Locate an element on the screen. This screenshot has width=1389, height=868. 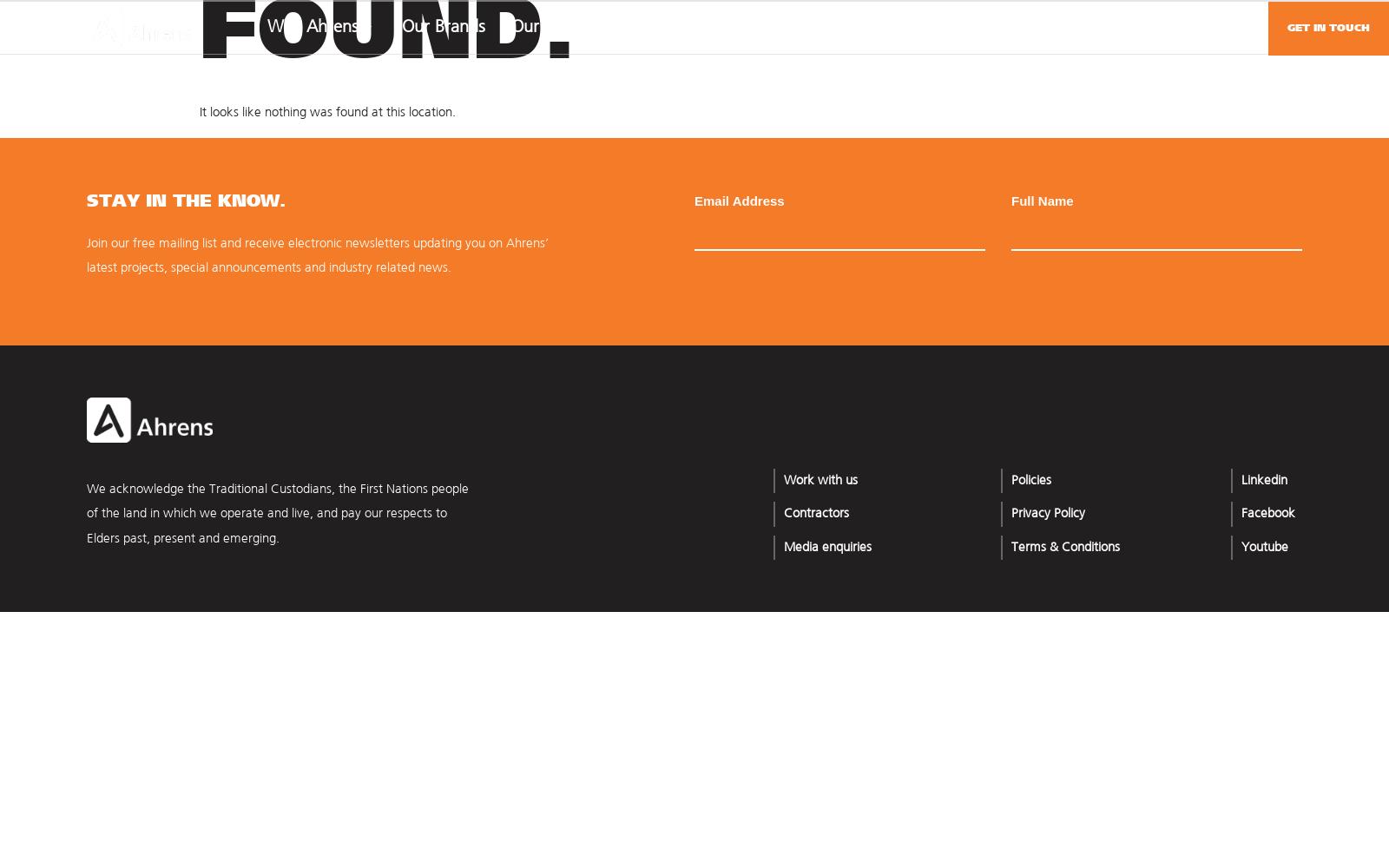
'Steel Fabrication' is located at coordinates (1064, 404).